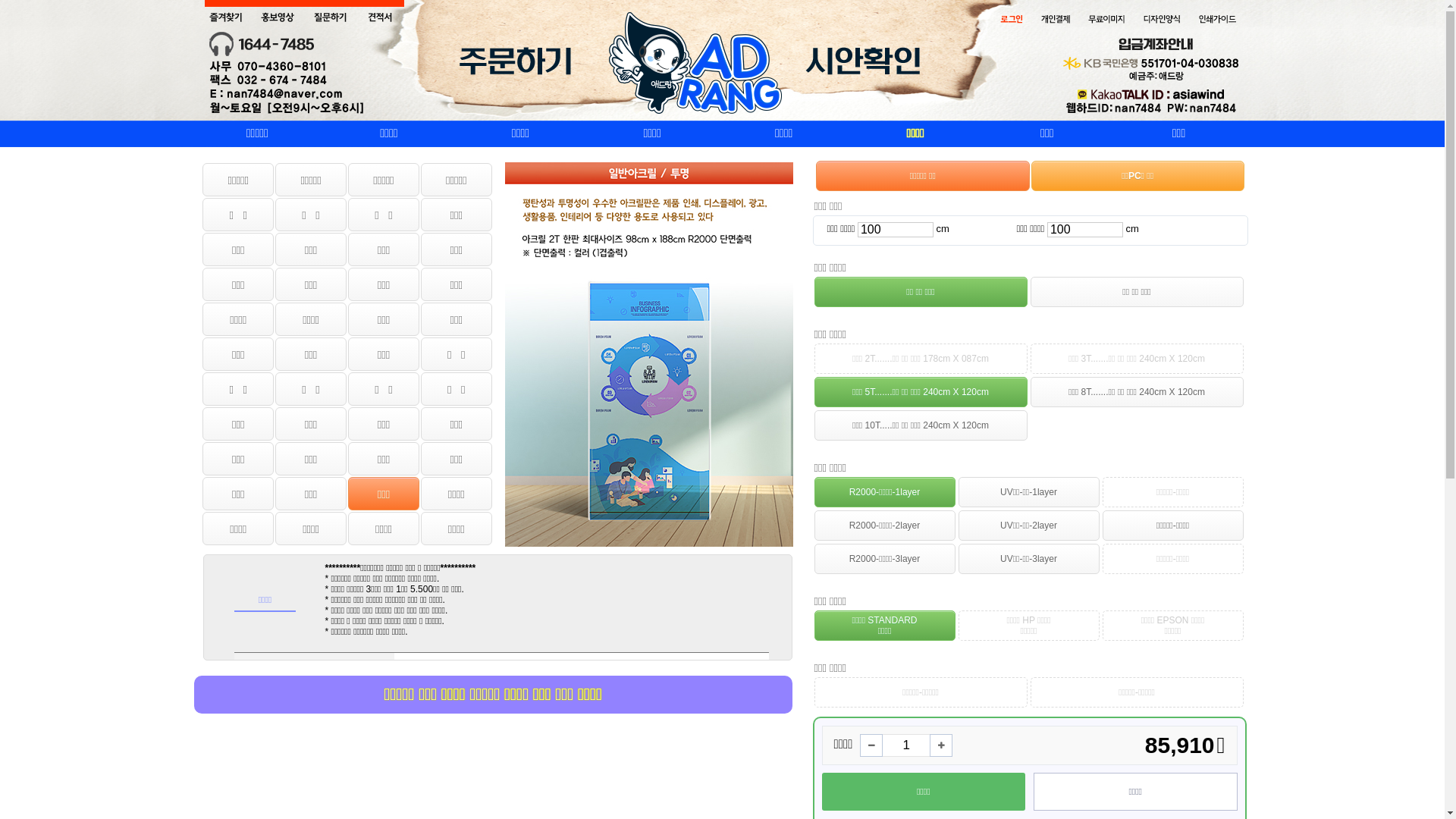  What do you see at coordinates (895, 230) in the screenshot?
I see `'100'` at bounding box center [895, 230].